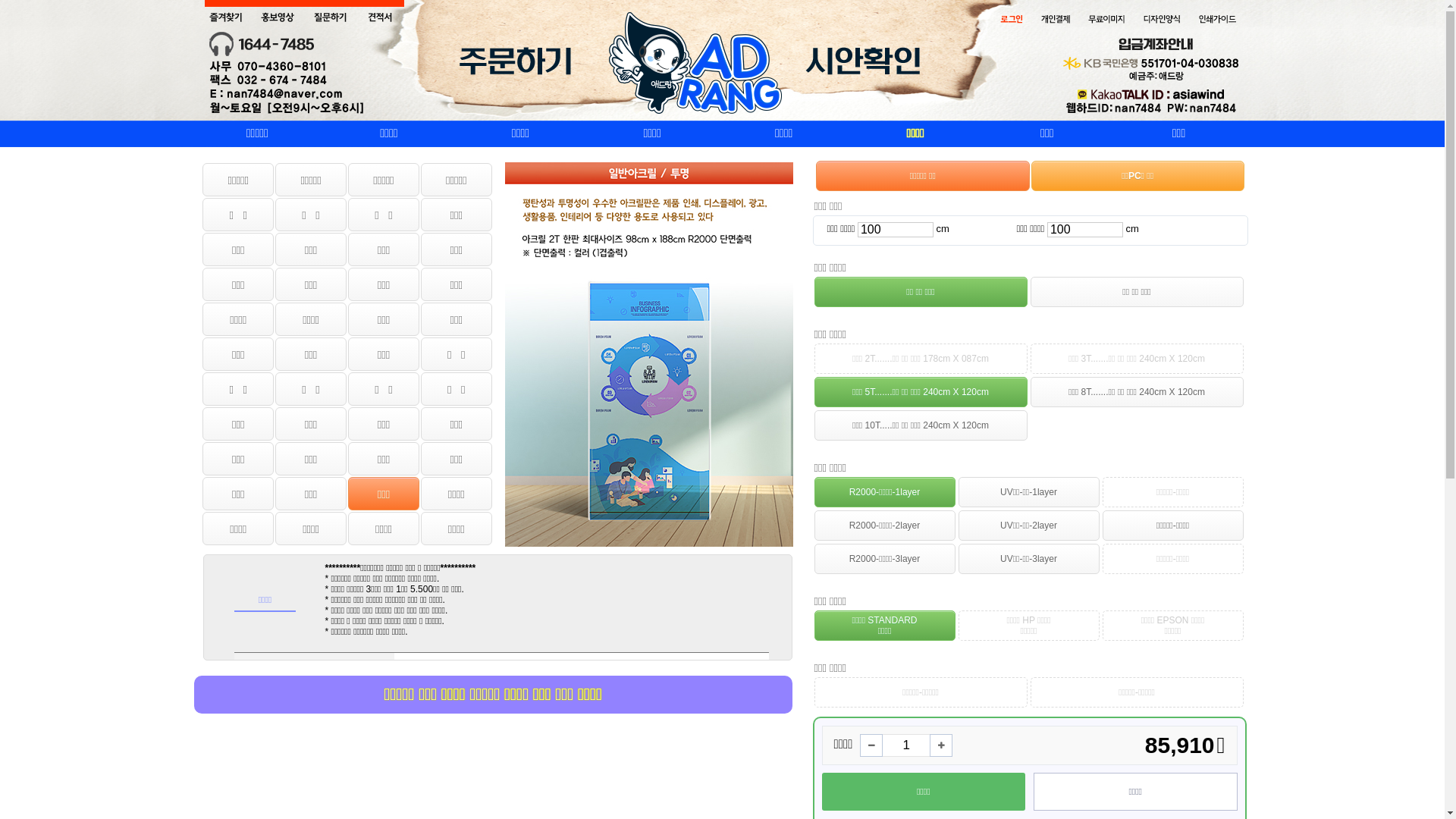  What do you see at coordinates (895, 230) in the screenshot?
I see `'100'` at bounding box center [895, 230].